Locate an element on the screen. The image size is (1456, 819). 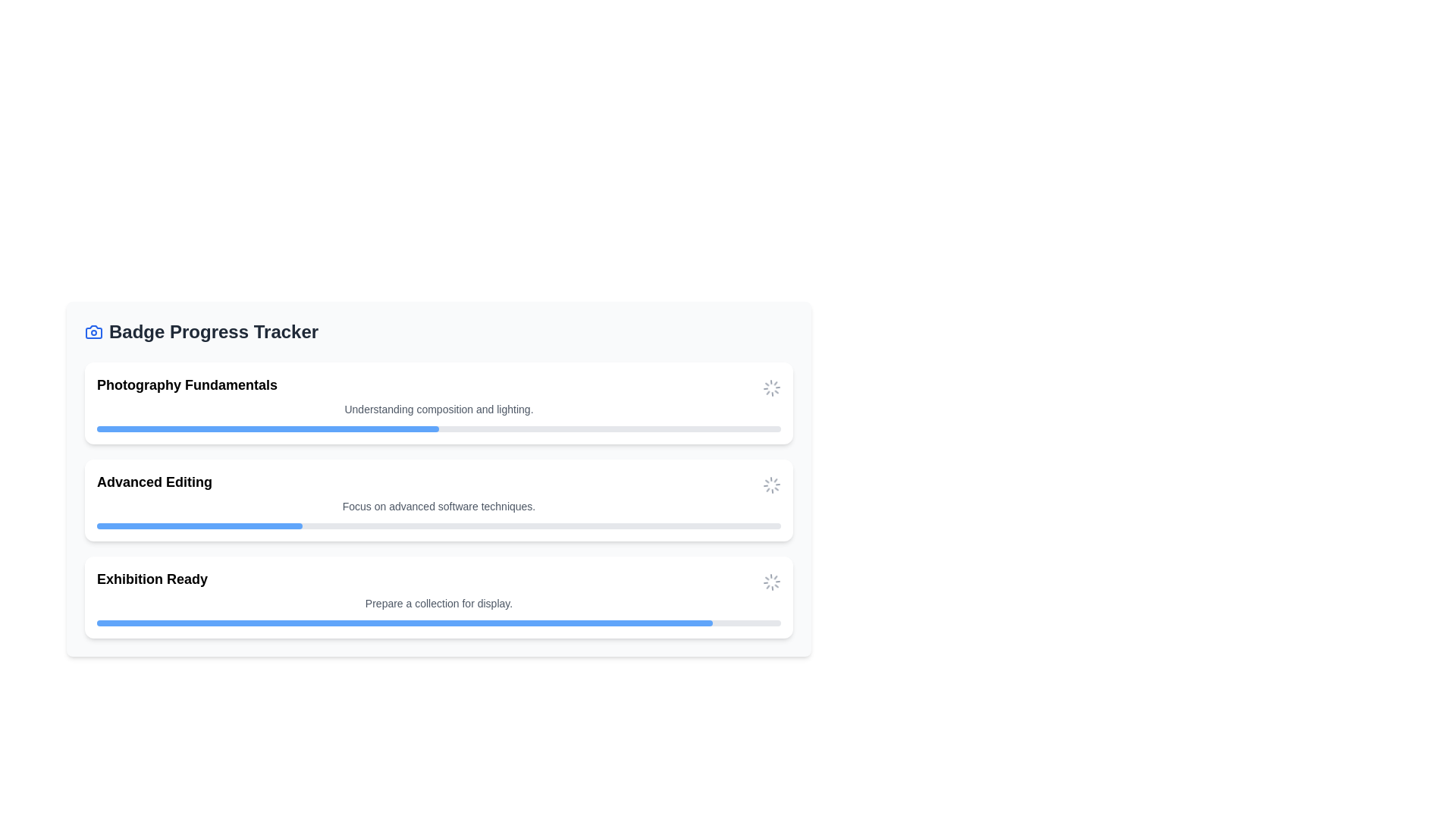
the Loader Indicator located within the 'Photography Fundamentals' section, which visually indicates an ongoing process or pending state is located at coordinates (771, 386).